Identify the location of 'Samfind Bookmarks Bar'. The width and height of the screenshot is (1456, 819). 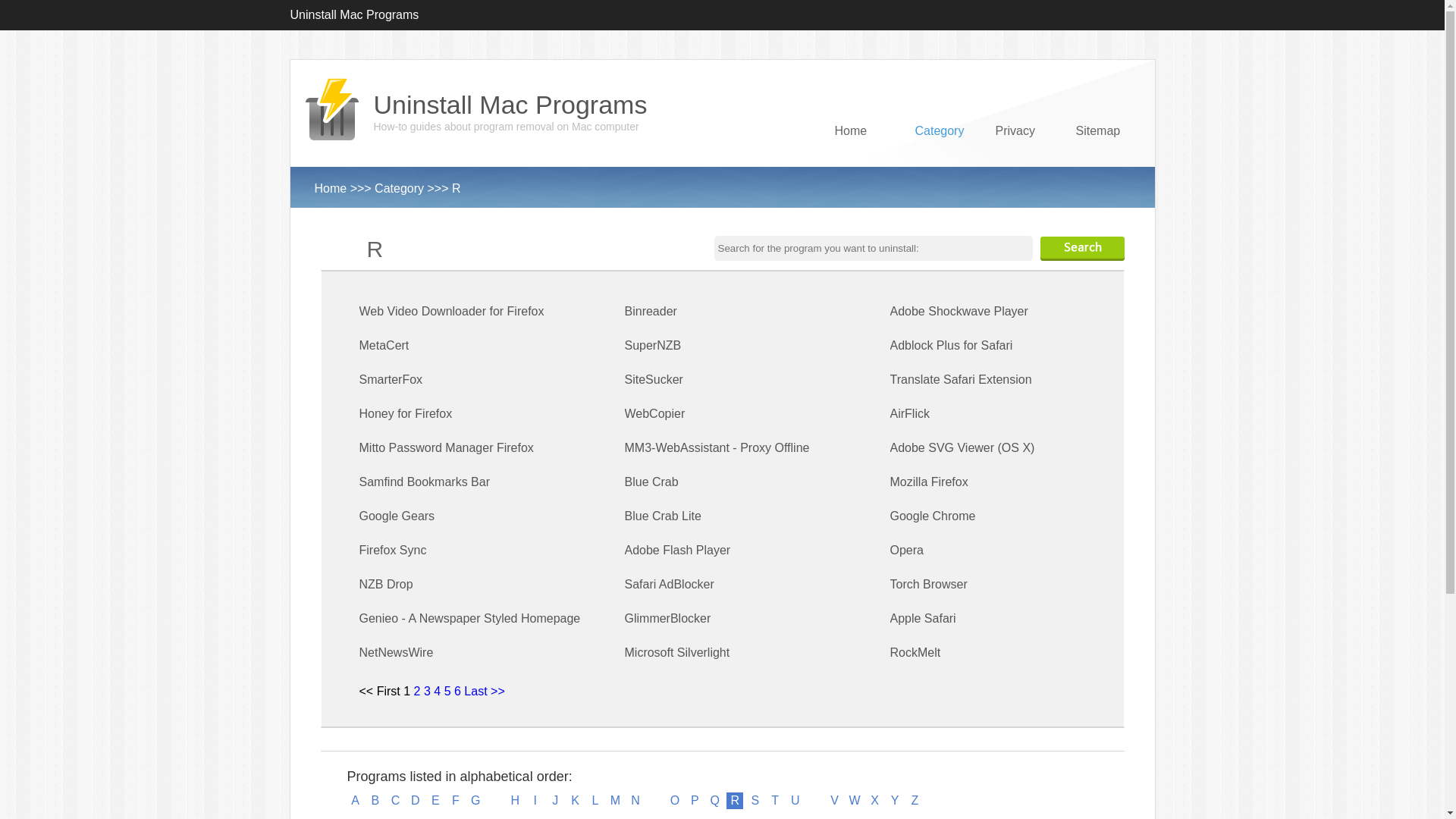
(425, 482).